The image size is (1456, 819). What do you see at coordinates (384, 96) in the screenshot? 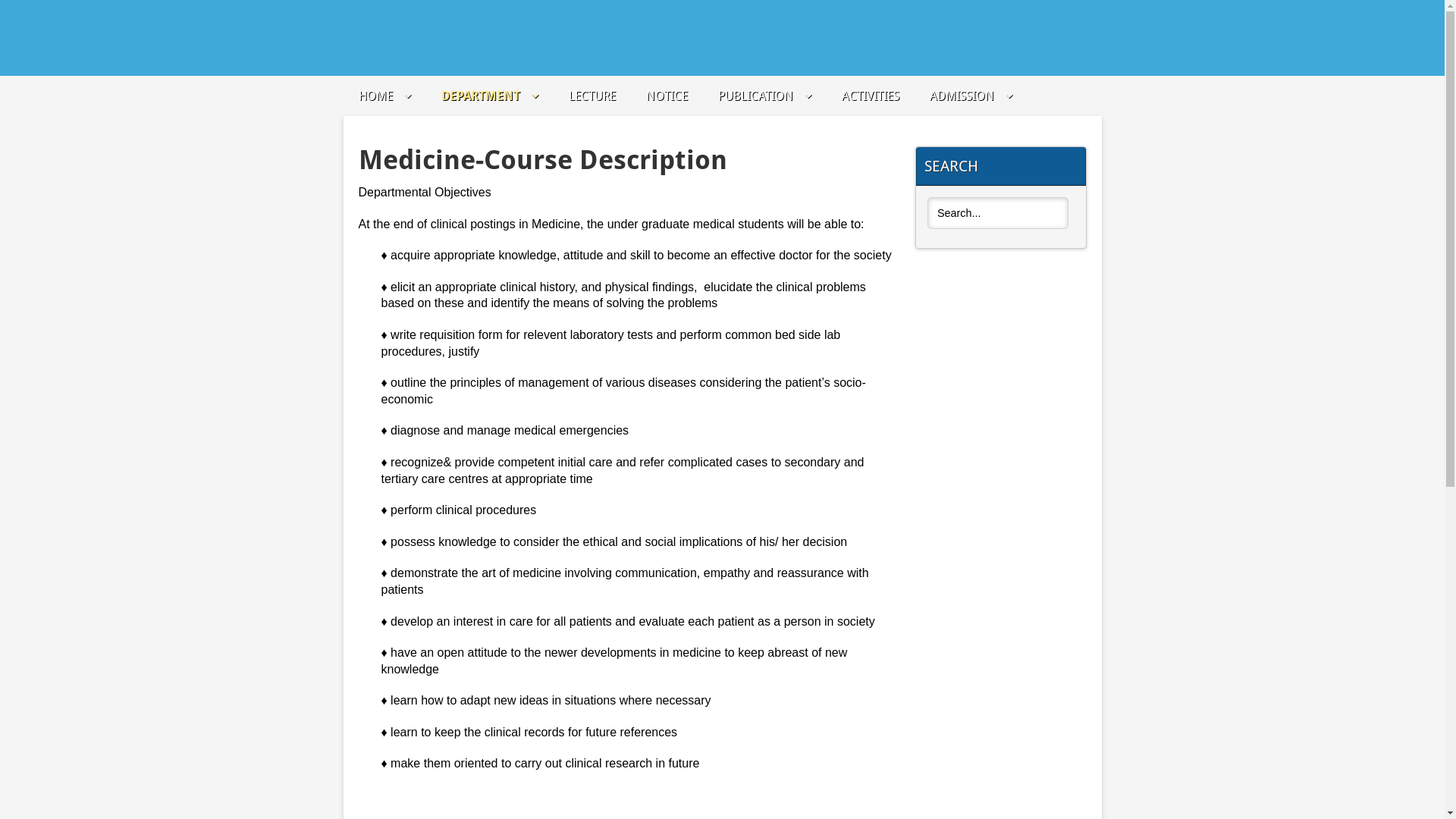
I see `'HOME'` at bounding box center [384, 96].